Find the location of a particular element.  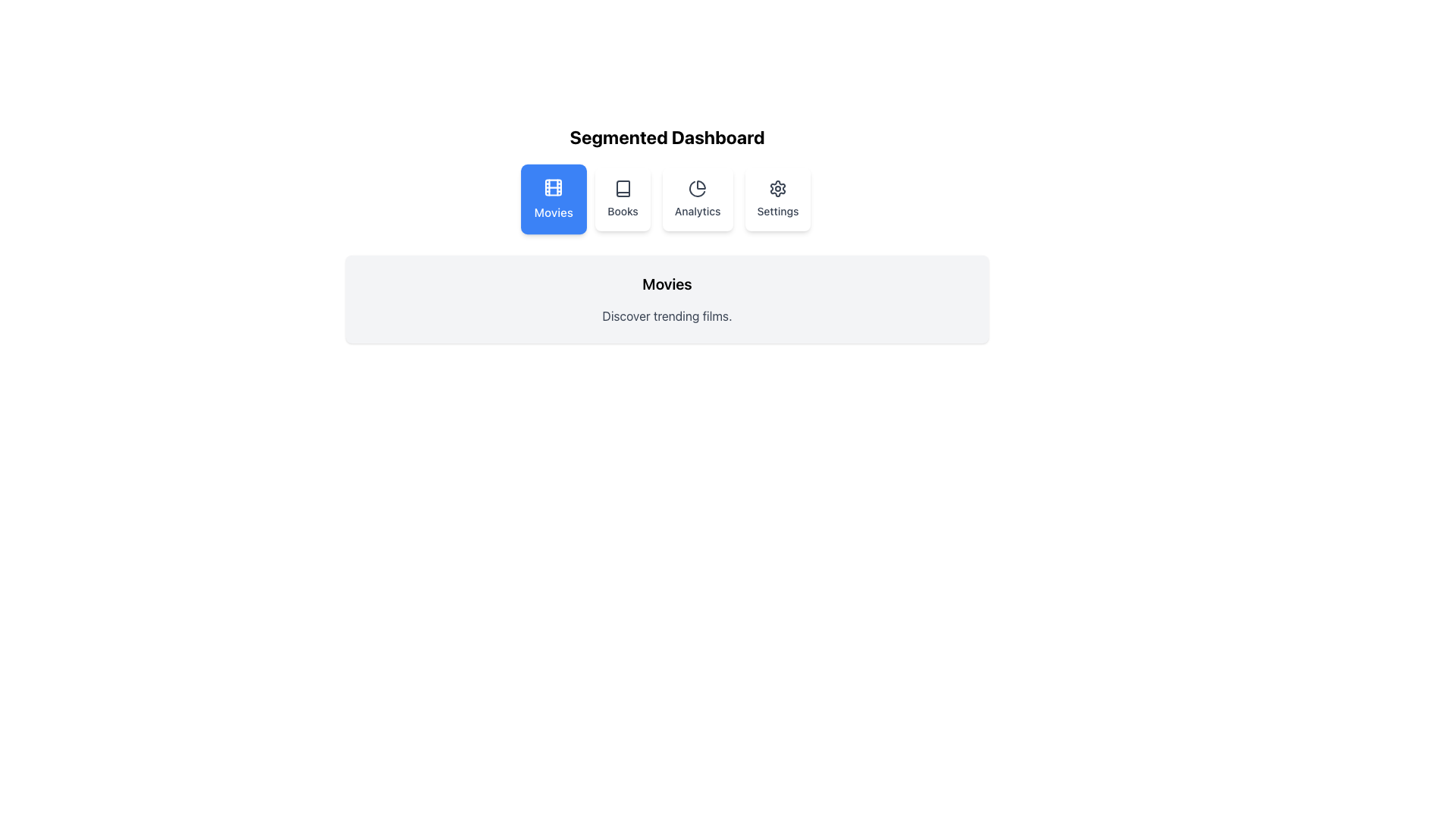

the 'Books' button in the segmented dashboard is located at coordinates (623, 188).